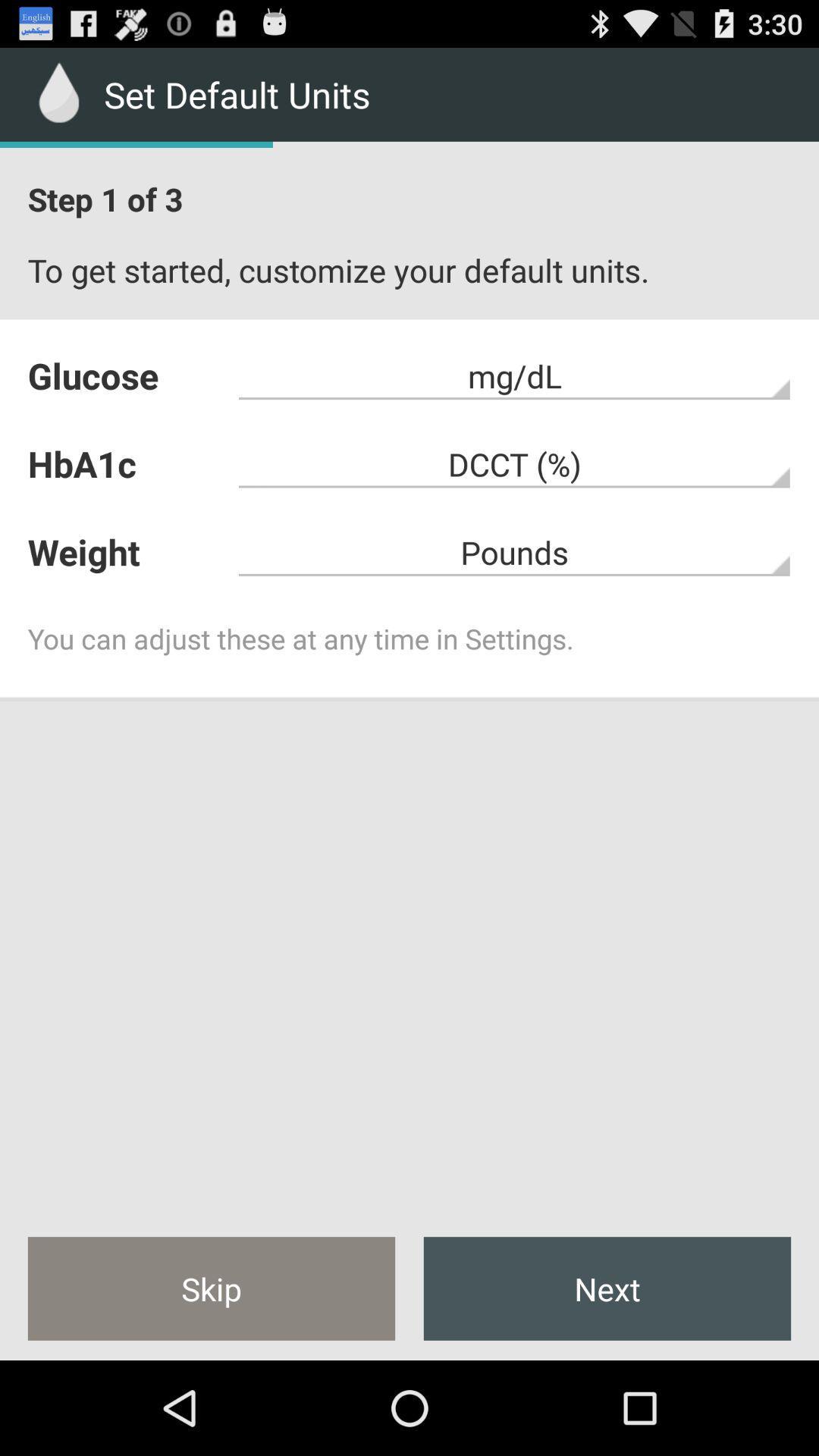 The image size is (819, 1456). I want to click on the icon next to hba1c icon, so click(514, 551).